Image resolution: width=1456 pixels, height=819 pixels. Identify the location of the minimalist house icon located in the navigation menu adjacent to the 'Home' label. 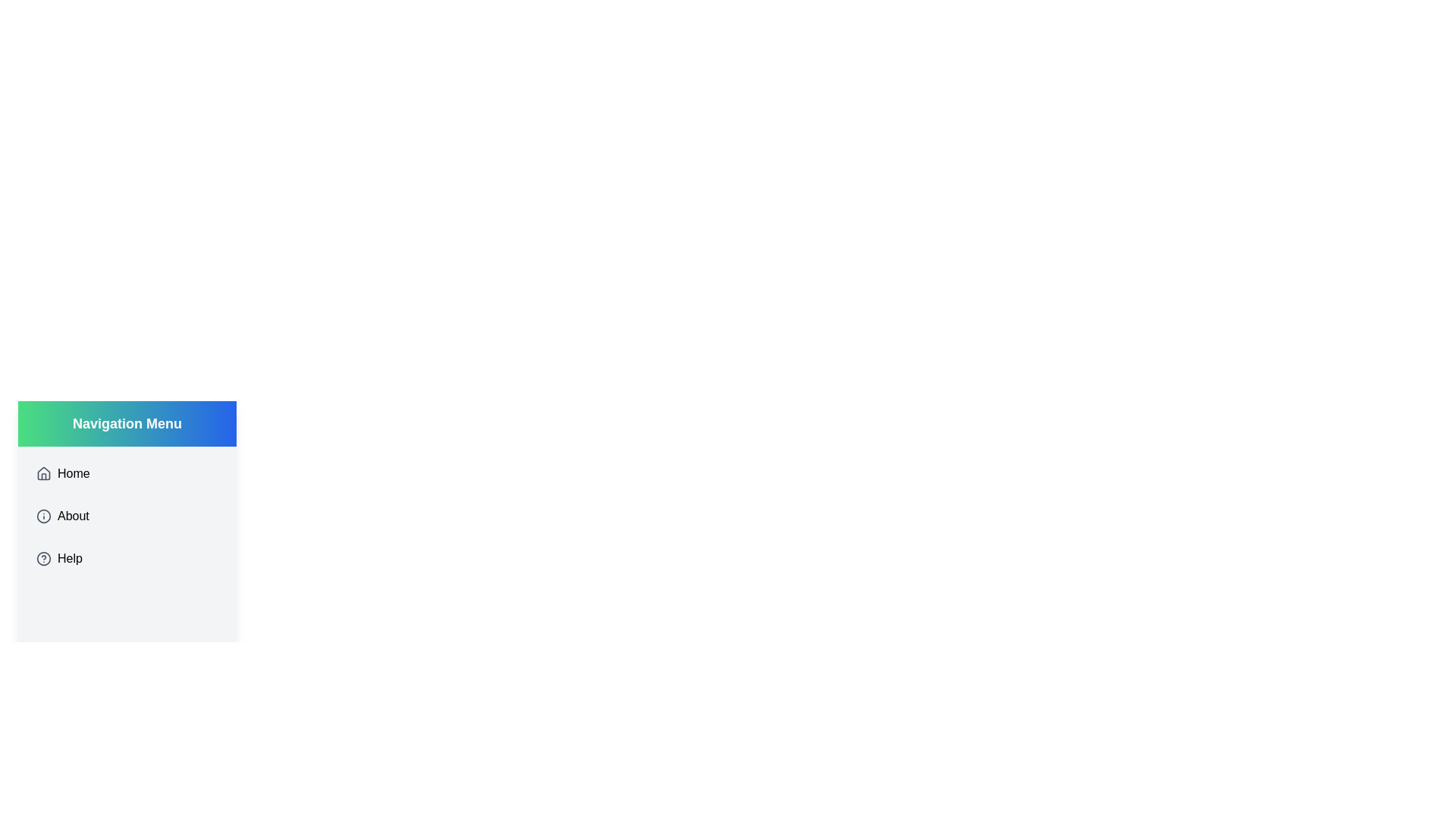
(43, 472).